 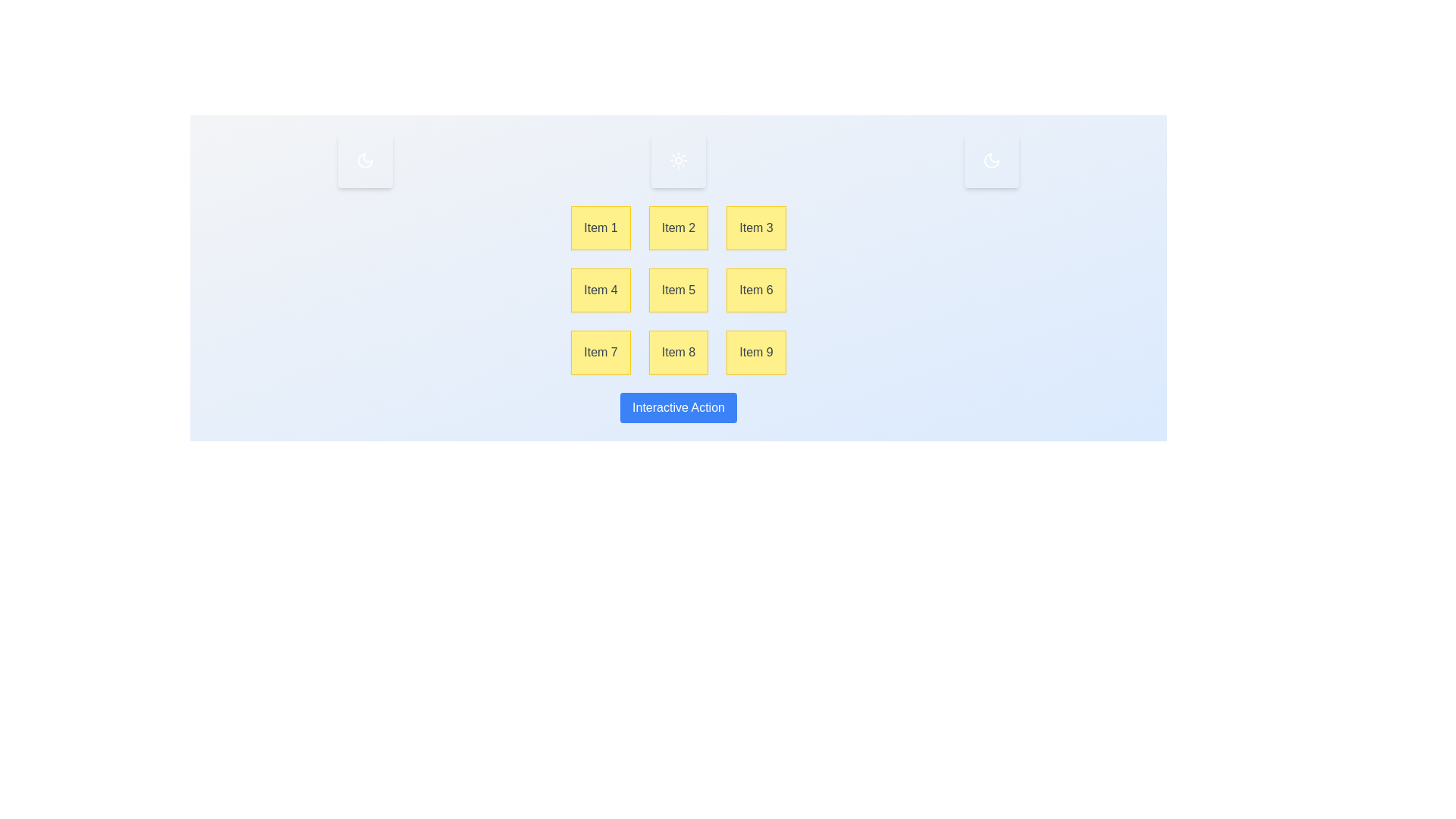 I want to click on the Text Label displaying 'Item 5' styled in gray color on a yellow background, located at the center of a 3x3 grid layout, so click(x=677, y=290).